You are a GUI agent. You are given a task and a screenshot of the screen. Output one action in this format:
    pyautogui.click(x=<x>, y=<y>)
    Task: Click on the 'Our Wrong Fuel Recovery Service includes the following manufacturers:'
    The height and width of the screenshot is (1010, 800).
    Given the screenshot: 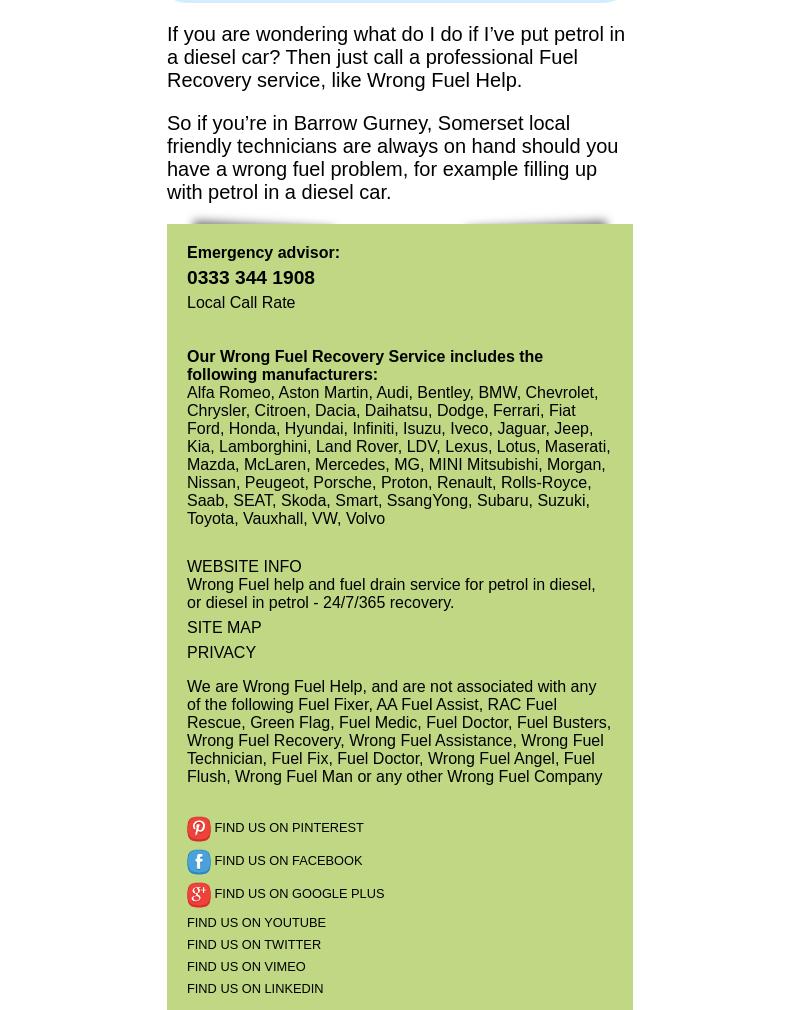 What is the action you would take?
    pyautogui.click(x=364, y=364)
    